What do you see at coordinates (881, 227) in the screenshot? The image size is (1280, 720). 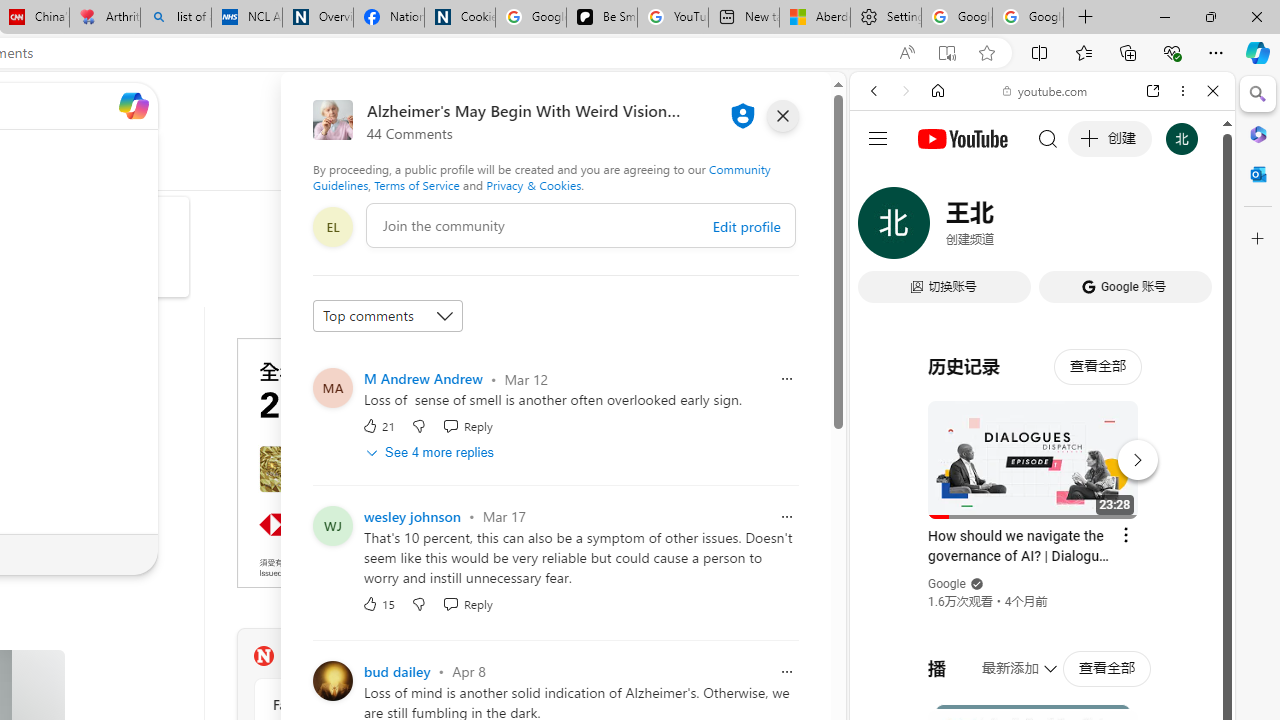 I see `'Search Filter, WEB'` at bounding box center [881, 227].